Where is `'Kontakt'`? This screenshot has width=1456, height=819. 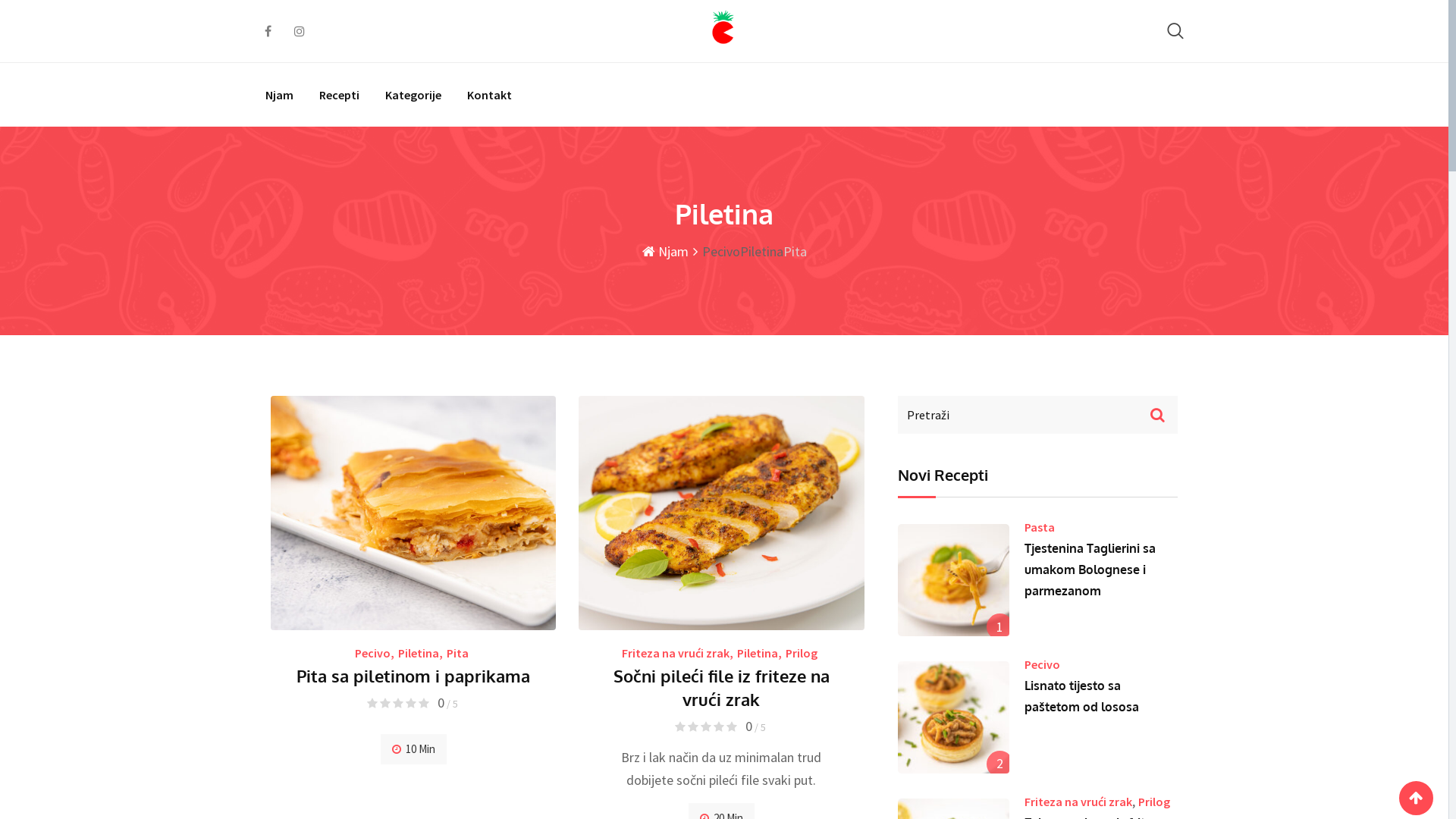 'Kontakt' is located at coordinates (489, 94).